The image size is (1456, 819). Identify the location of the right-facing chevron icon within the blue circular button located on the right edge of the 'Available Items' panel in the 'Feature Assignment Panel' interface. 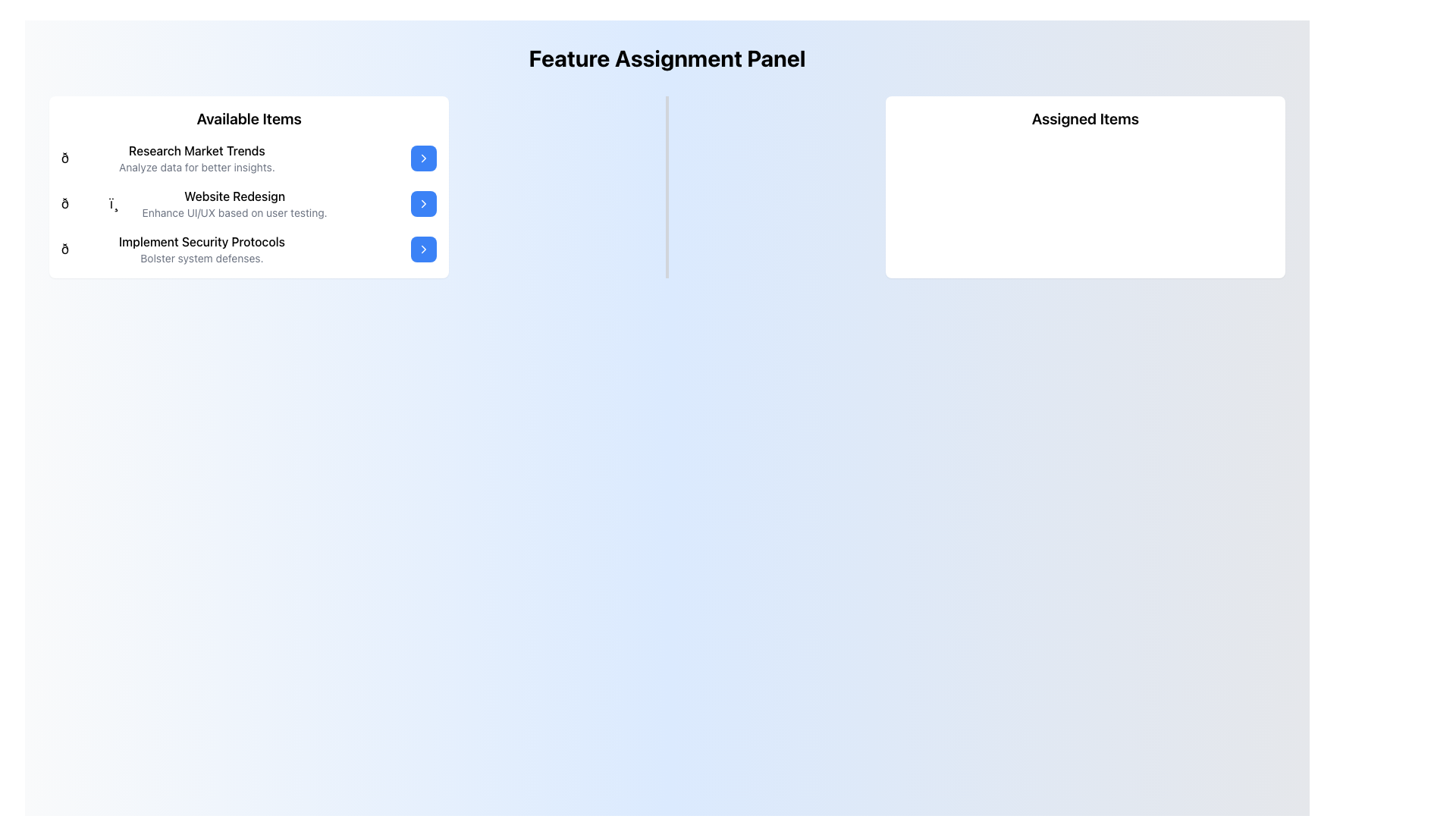
(424, 158).